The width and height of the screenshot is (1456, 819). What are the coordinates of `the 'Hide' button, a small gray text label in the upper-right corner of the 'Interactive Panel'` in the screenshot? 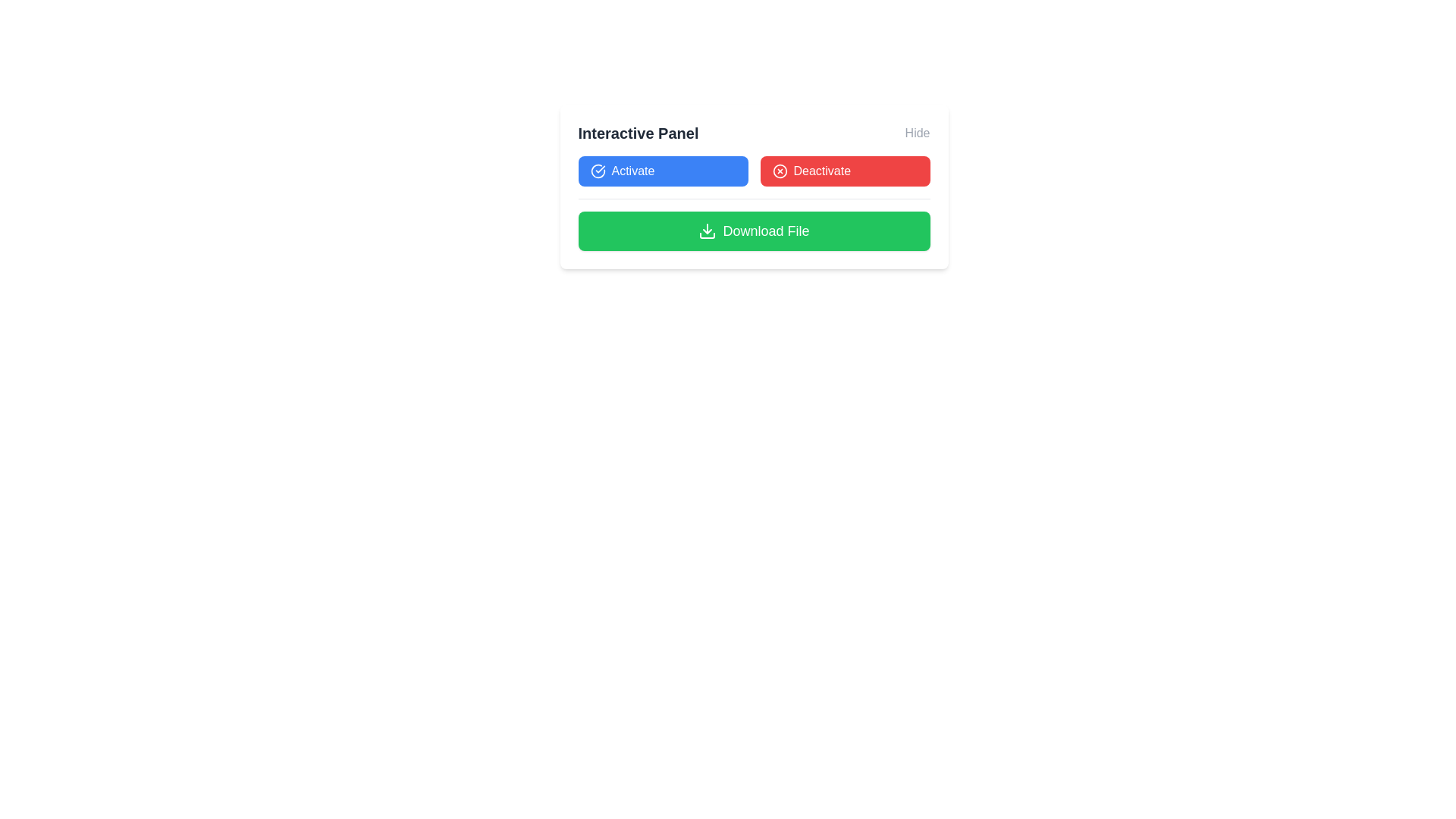 It's located at (916, 133).